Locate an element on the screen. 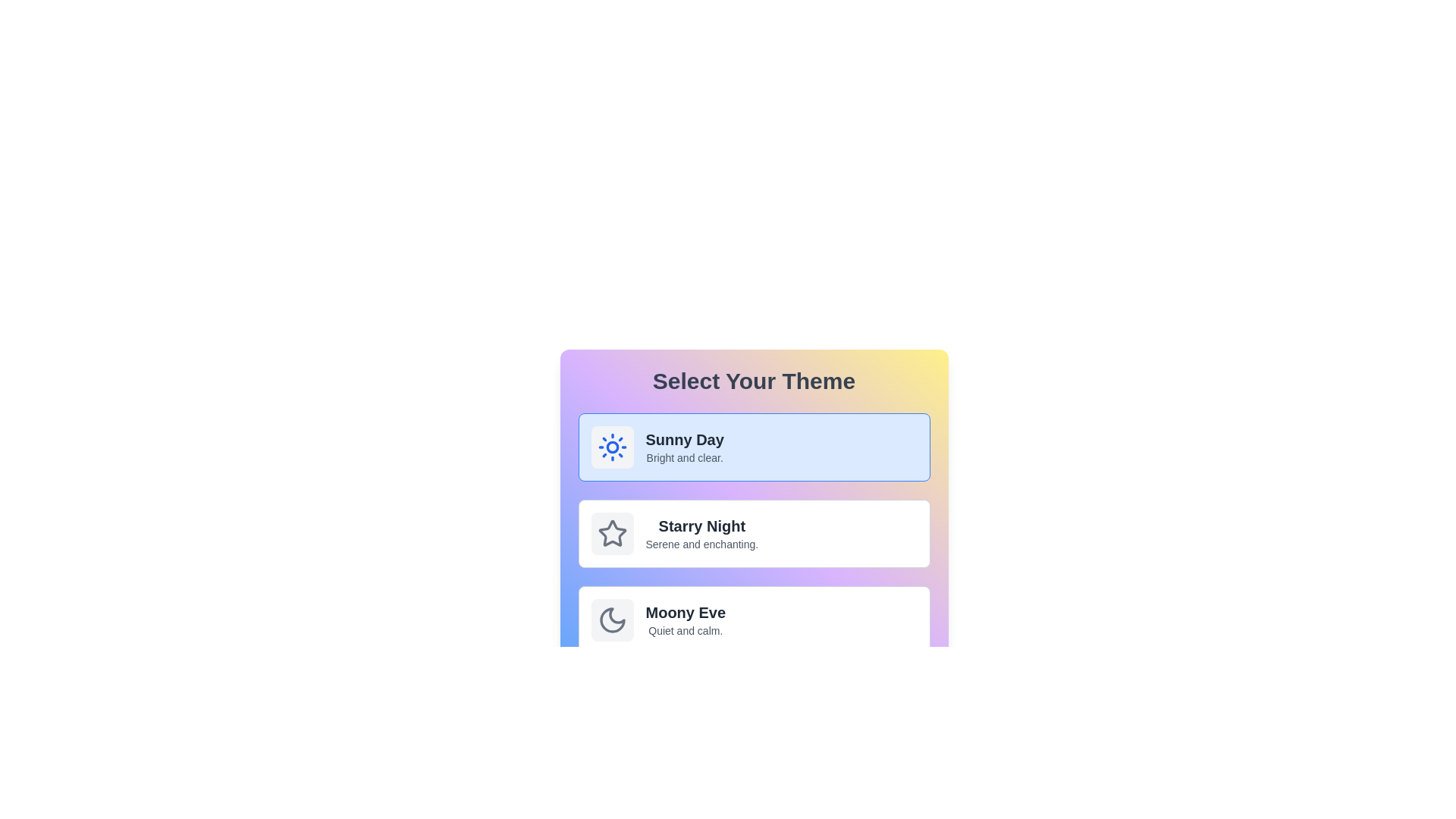  the icon representing the theme 'Starry Night' located within the second selectable card under the header 'Select Your Theme.' is located at coordinates (612, 533).